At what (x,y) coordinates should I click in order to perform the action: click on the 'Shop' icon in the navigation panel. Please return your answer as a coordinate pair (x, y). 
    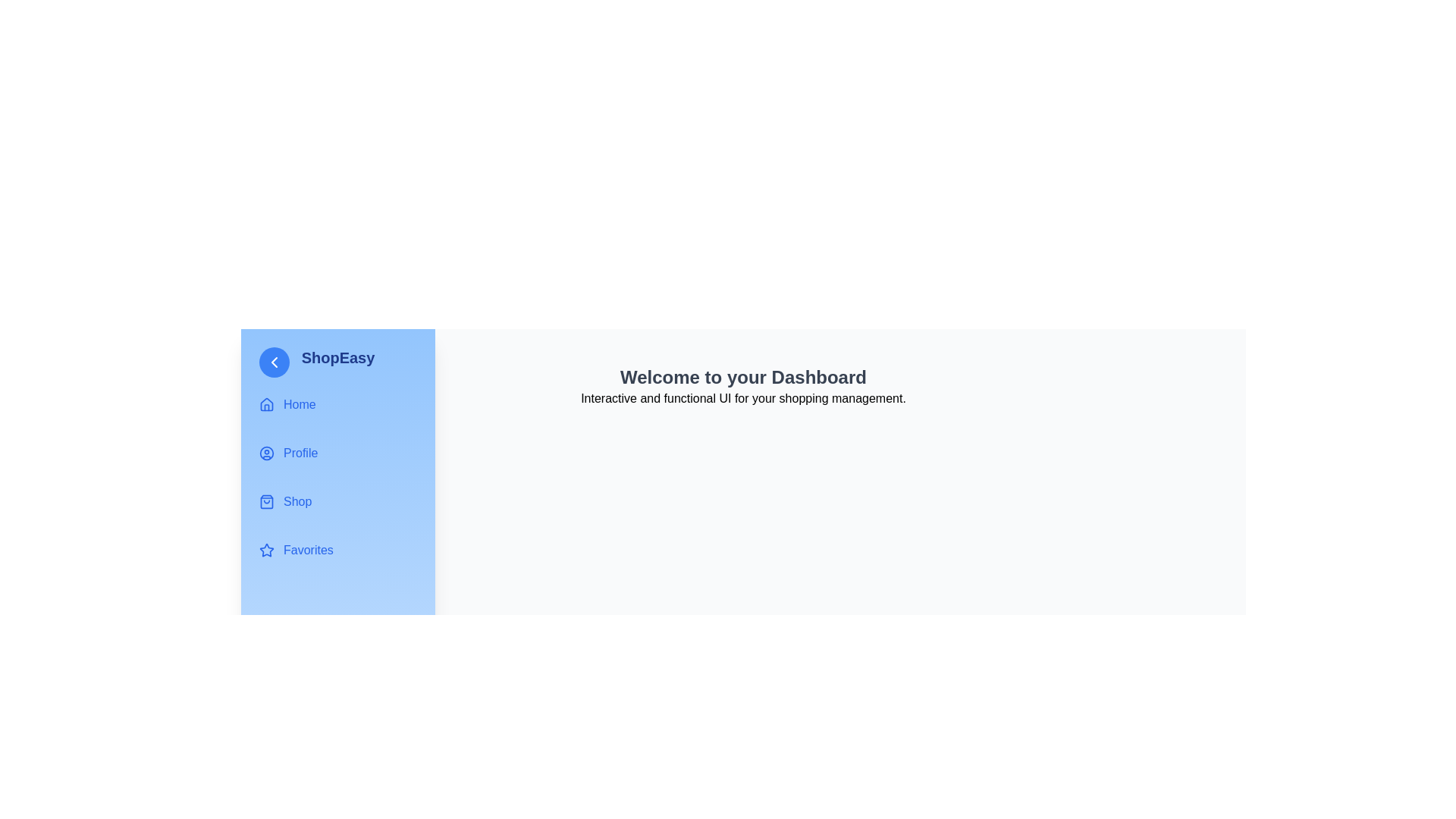
    Looking at the image, I should click on (266, 502).